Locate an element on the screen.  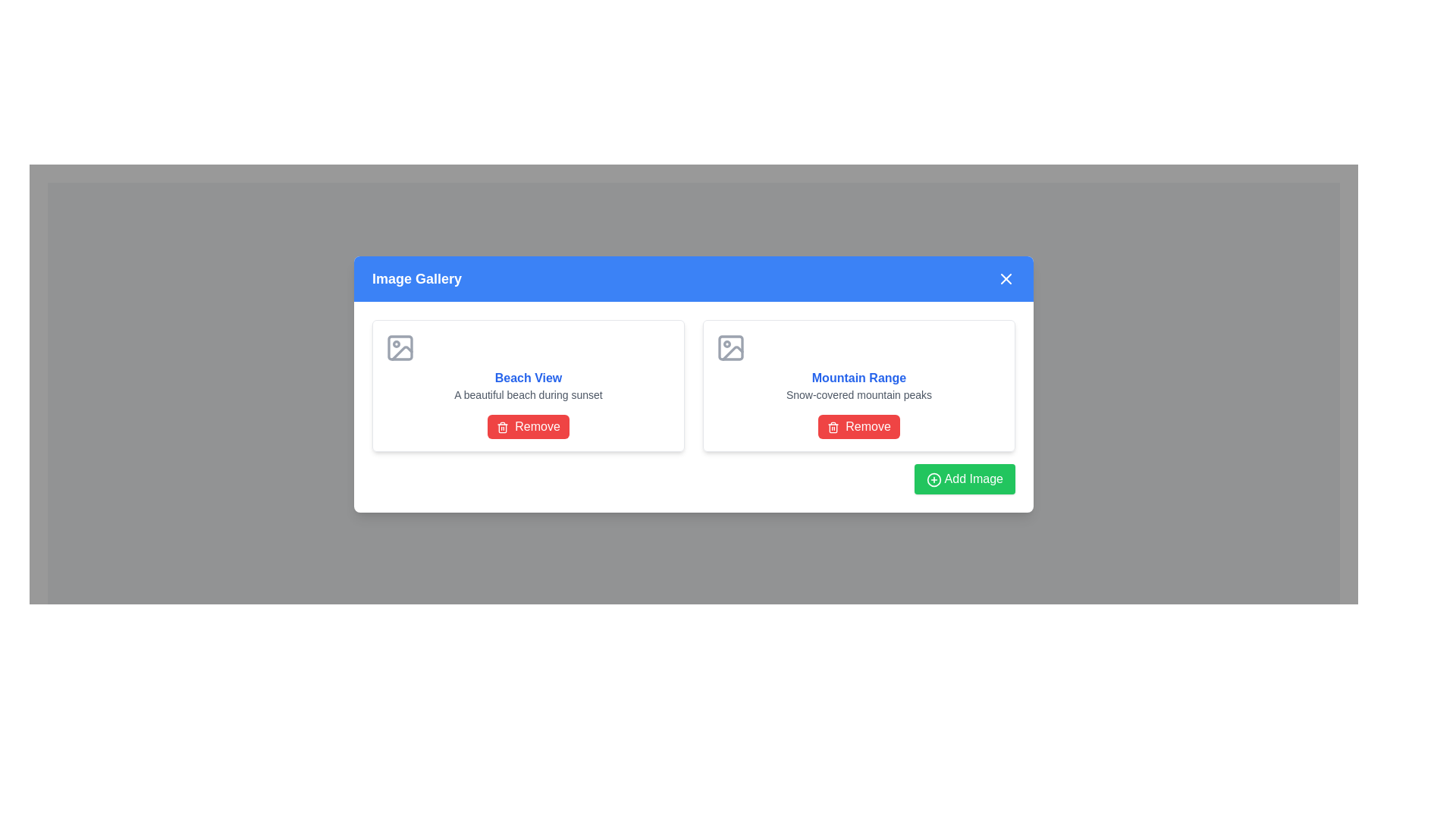
the circular icon with a plus sign inside, located to the left of the 'Add Image' text within the green button at the bottom right of the modal is located at coordinates (933, 479).